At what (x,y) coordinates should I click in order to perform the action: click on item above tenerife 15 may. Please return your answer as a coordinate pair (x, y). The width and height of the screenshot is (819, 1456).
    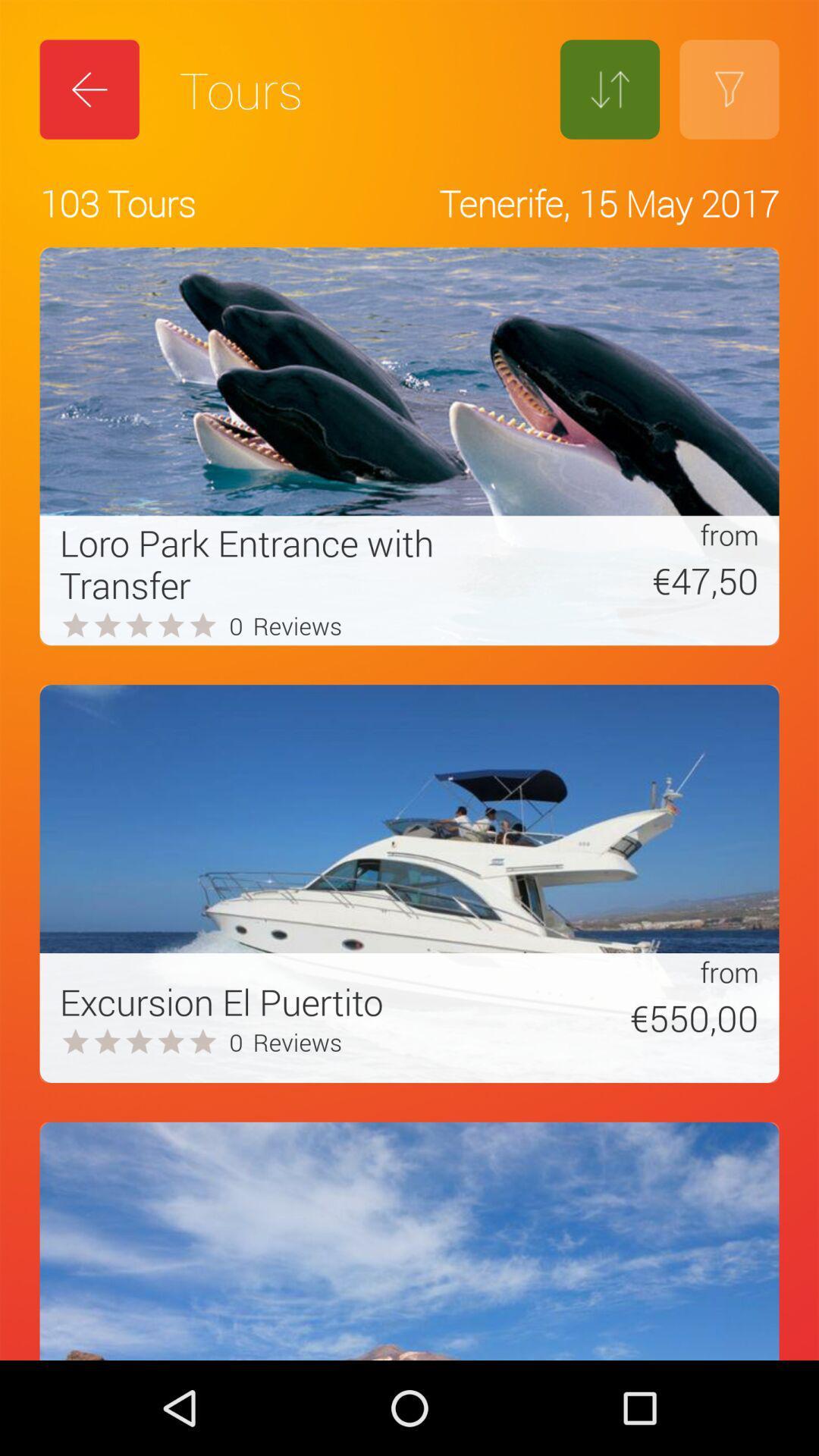
    Looking at the image, I should click on (609, 89).